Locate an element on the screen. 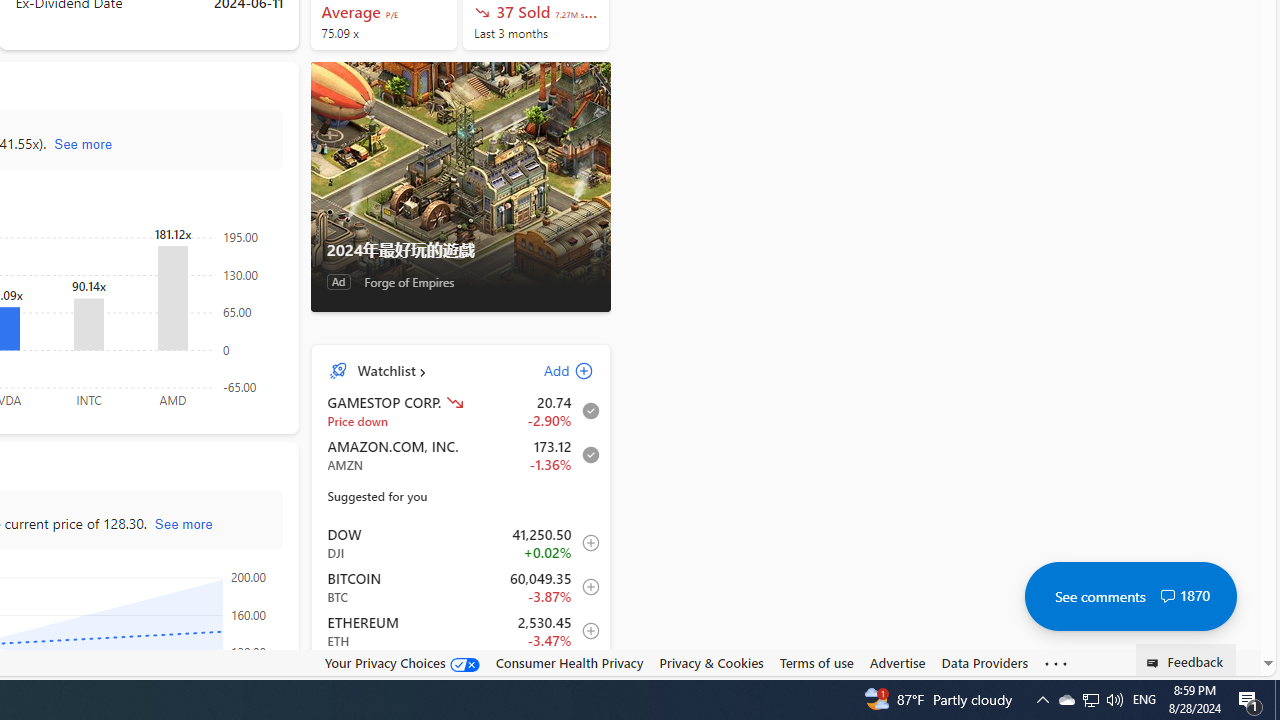  'Add to Watchlist' is located at coordinates (584, 675).